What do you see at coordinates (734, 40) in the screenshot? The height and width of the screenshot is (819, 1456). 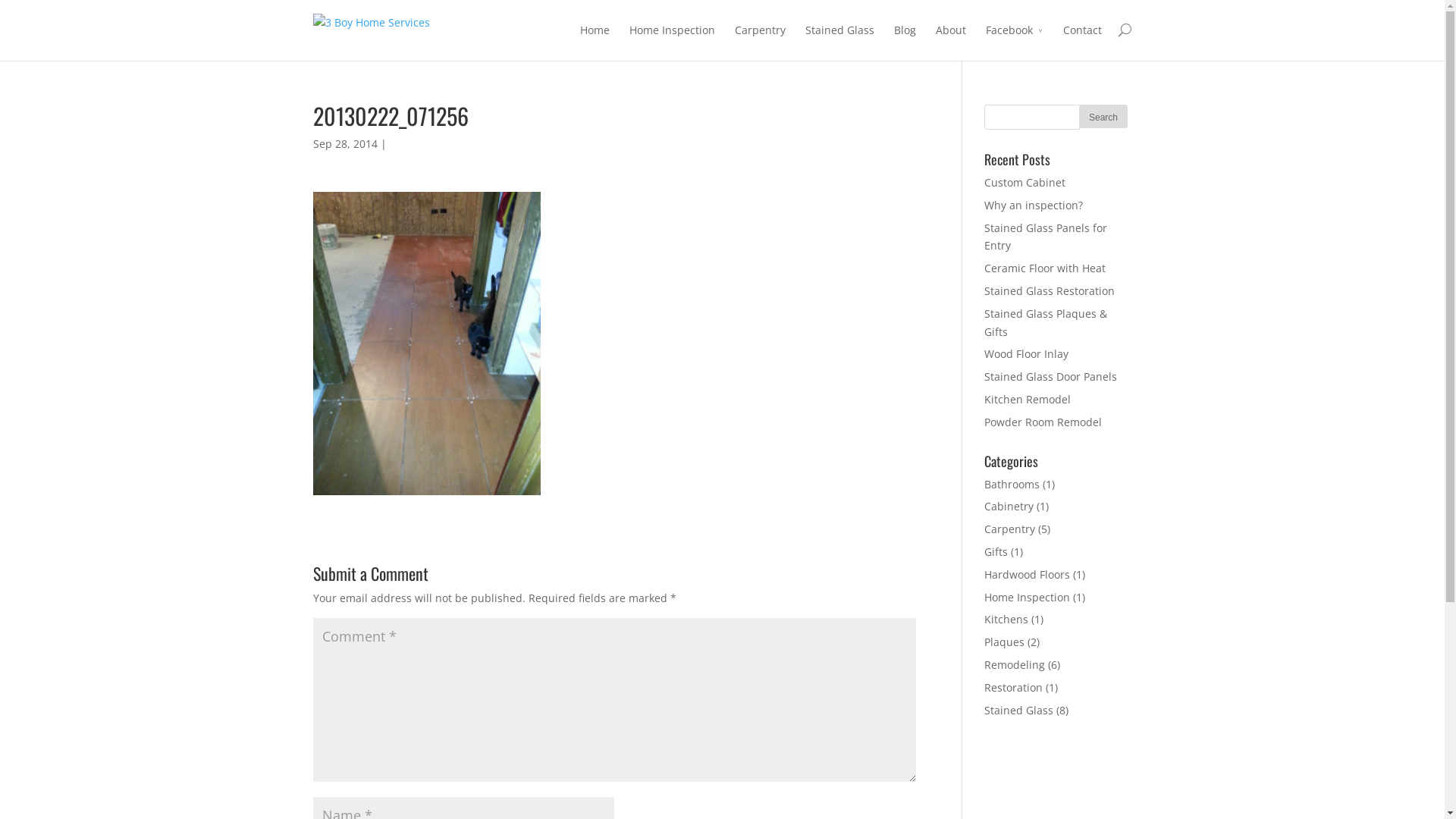 I see `'Carpentry'` at bounding box center [734, 40].